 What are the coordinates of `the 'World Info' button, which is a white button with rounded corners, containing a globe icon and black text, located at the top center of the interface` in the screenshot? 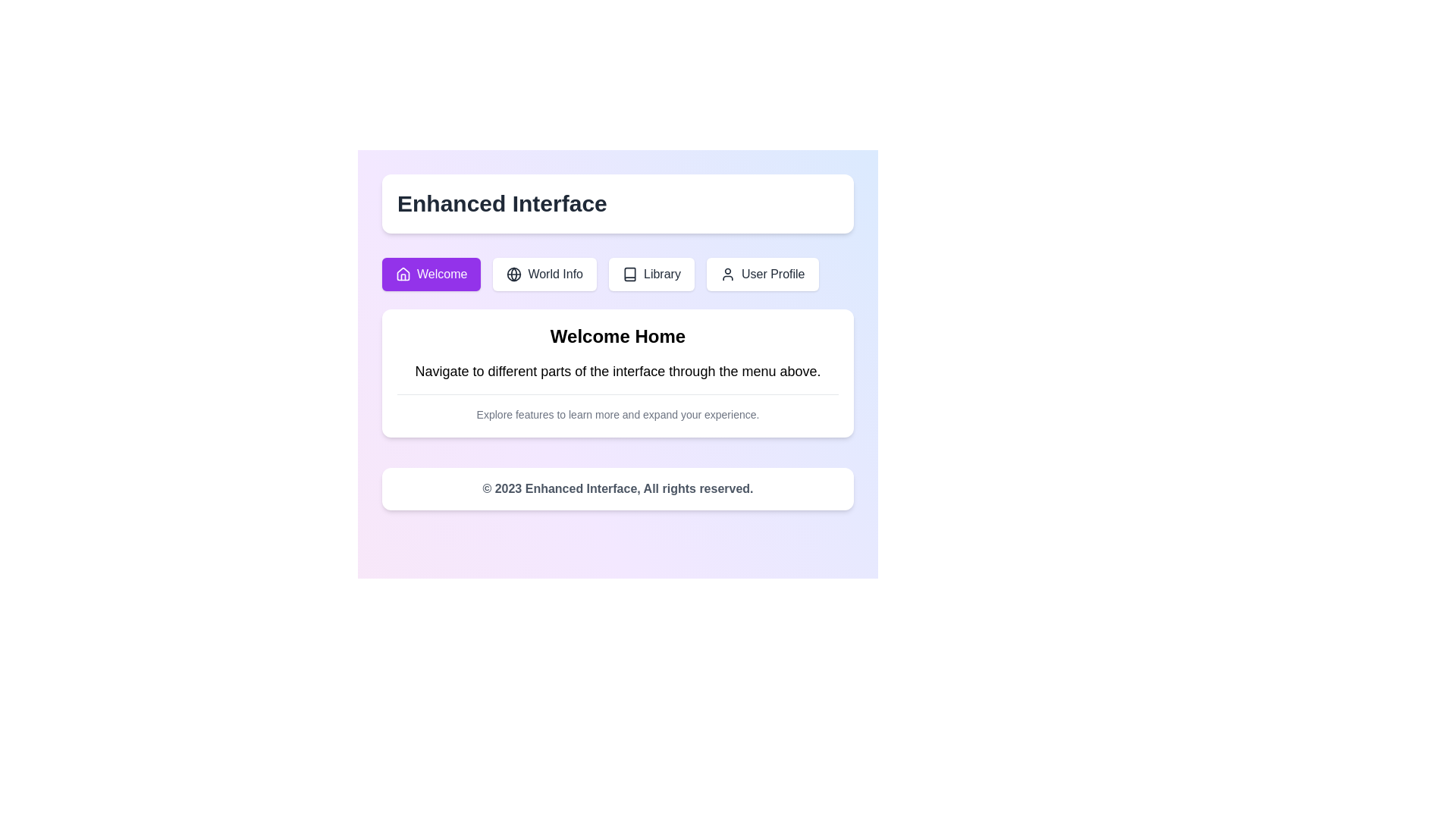 It's located at (544, 274).